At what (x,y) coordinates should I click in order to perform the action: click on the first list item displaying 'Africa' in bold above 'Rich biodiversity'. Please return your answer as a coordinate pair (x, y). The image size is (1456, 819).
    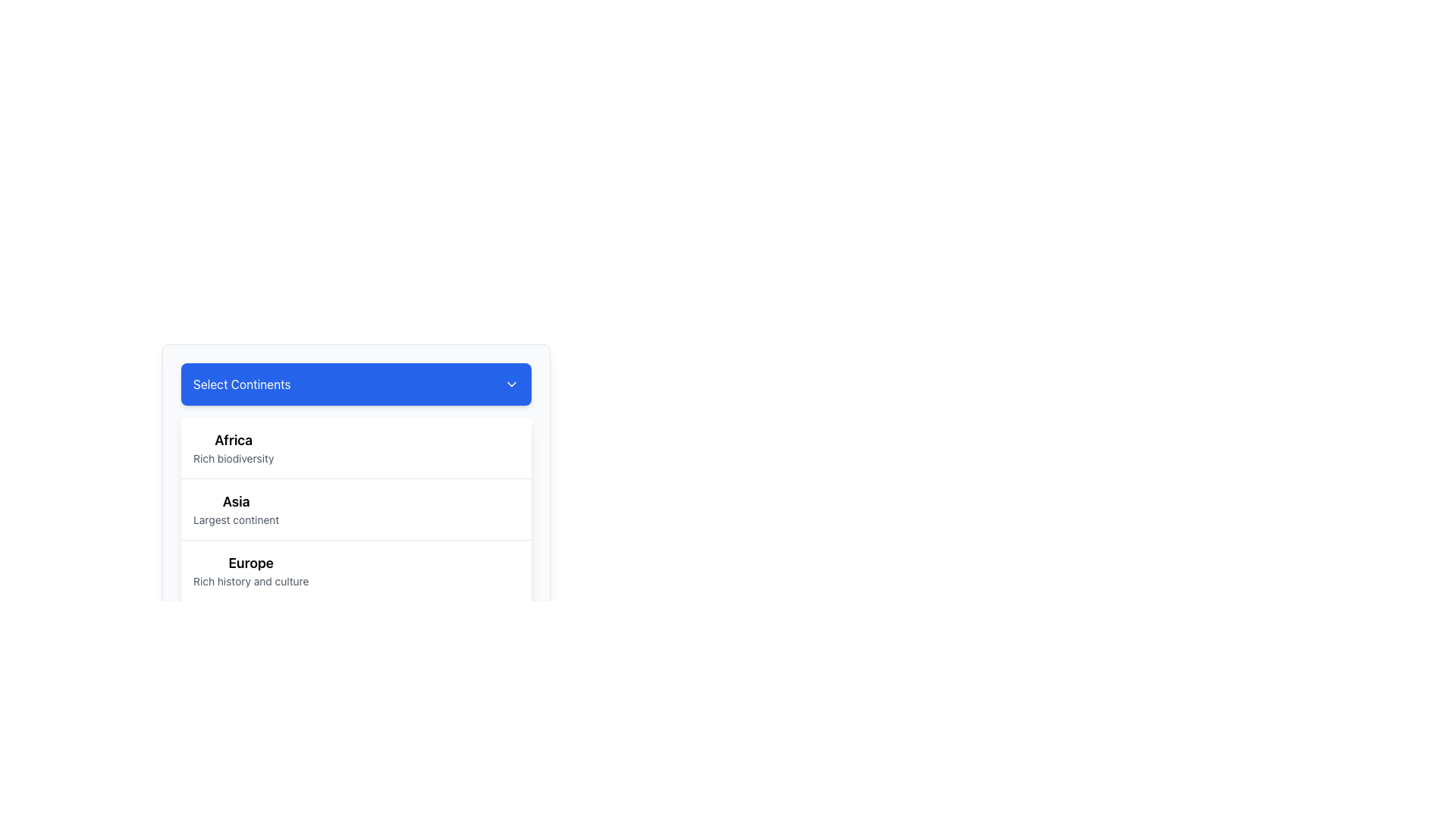
    Looking at the image, I should click on (356, 447).